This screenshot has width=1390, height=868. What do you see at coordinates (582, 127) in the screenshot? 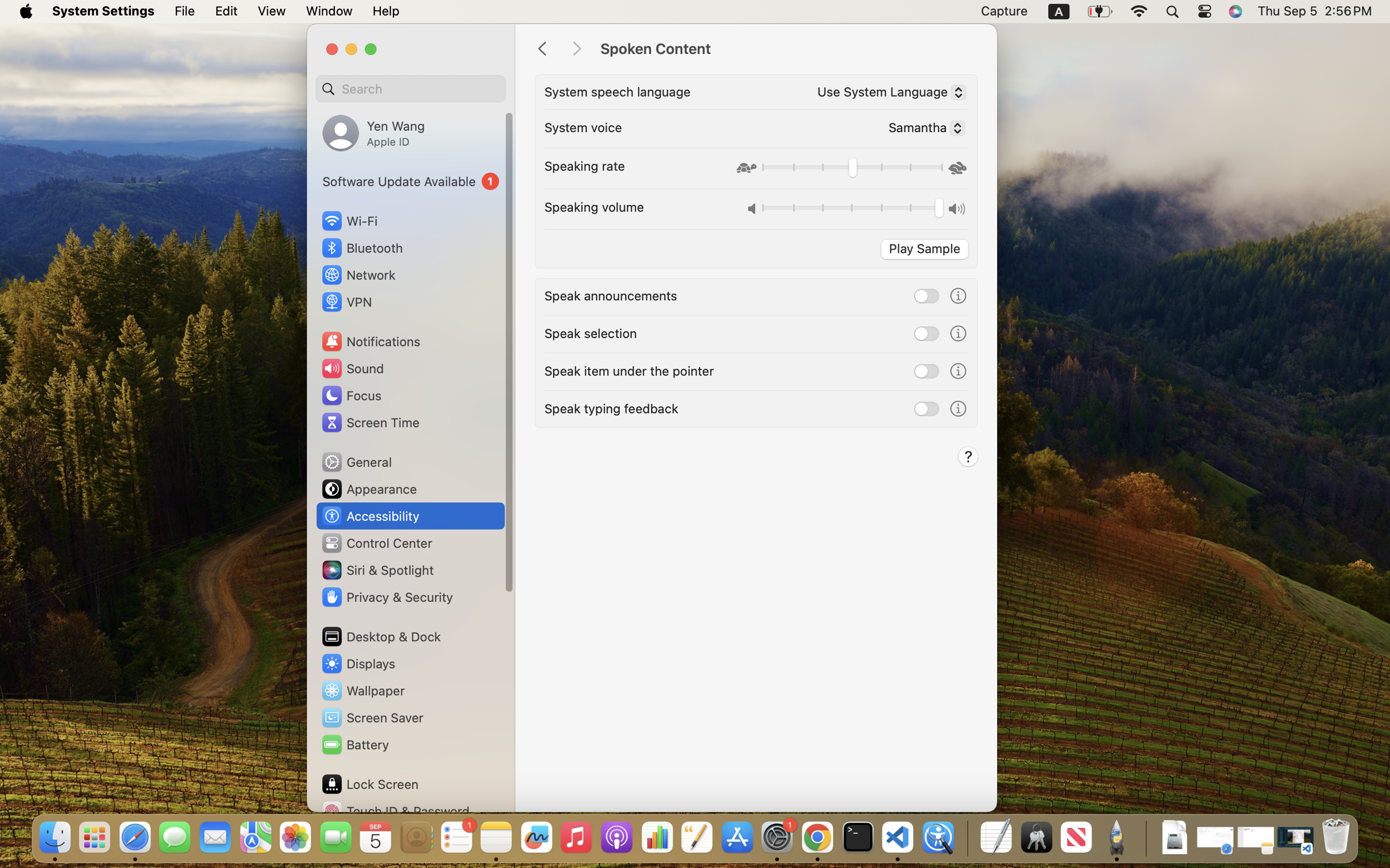
I see `'System voice'` at bounding box center [582, 127].